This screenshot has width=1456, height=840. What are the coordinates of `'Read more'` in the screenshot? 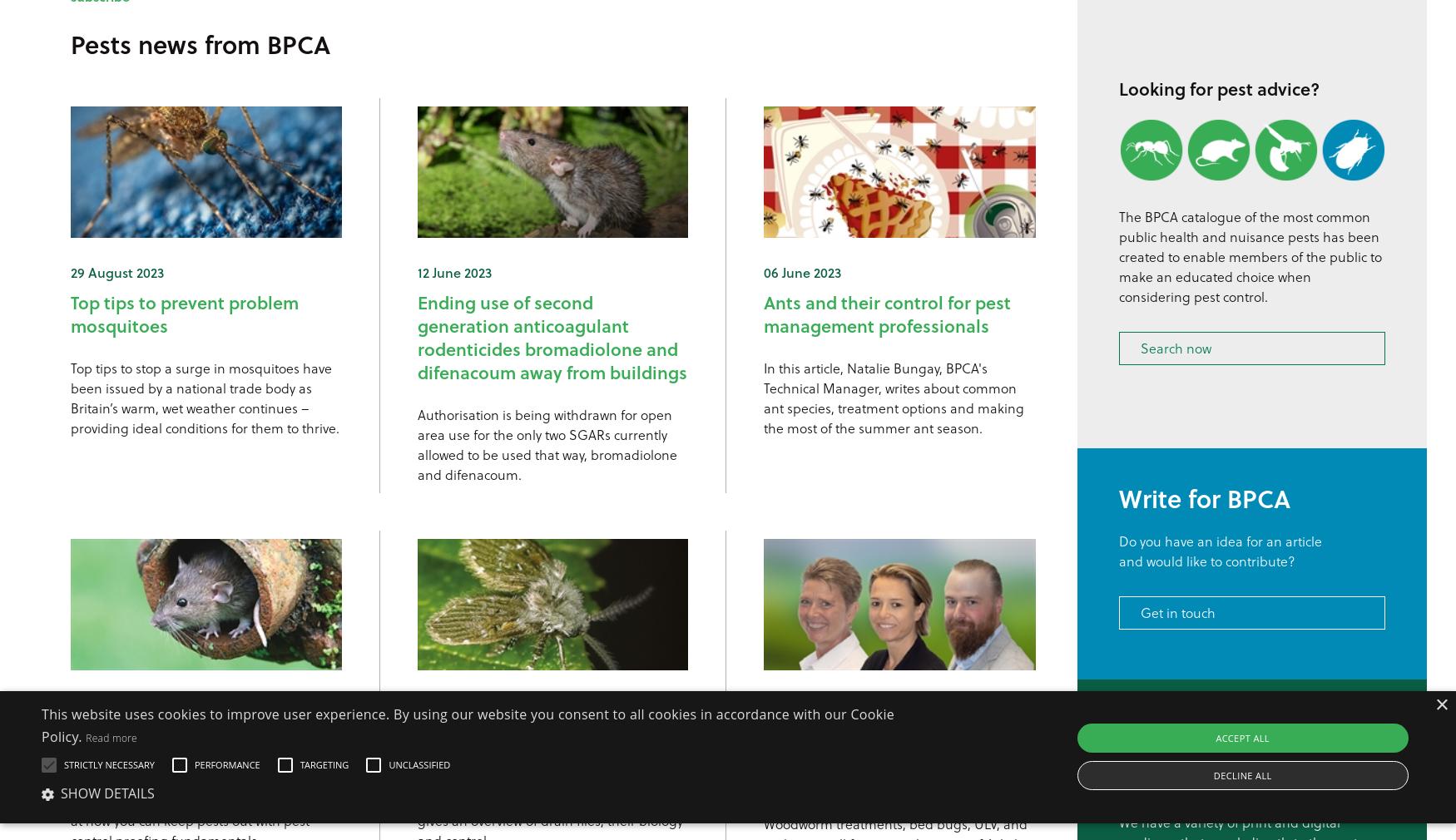 It's located at (110, 737).